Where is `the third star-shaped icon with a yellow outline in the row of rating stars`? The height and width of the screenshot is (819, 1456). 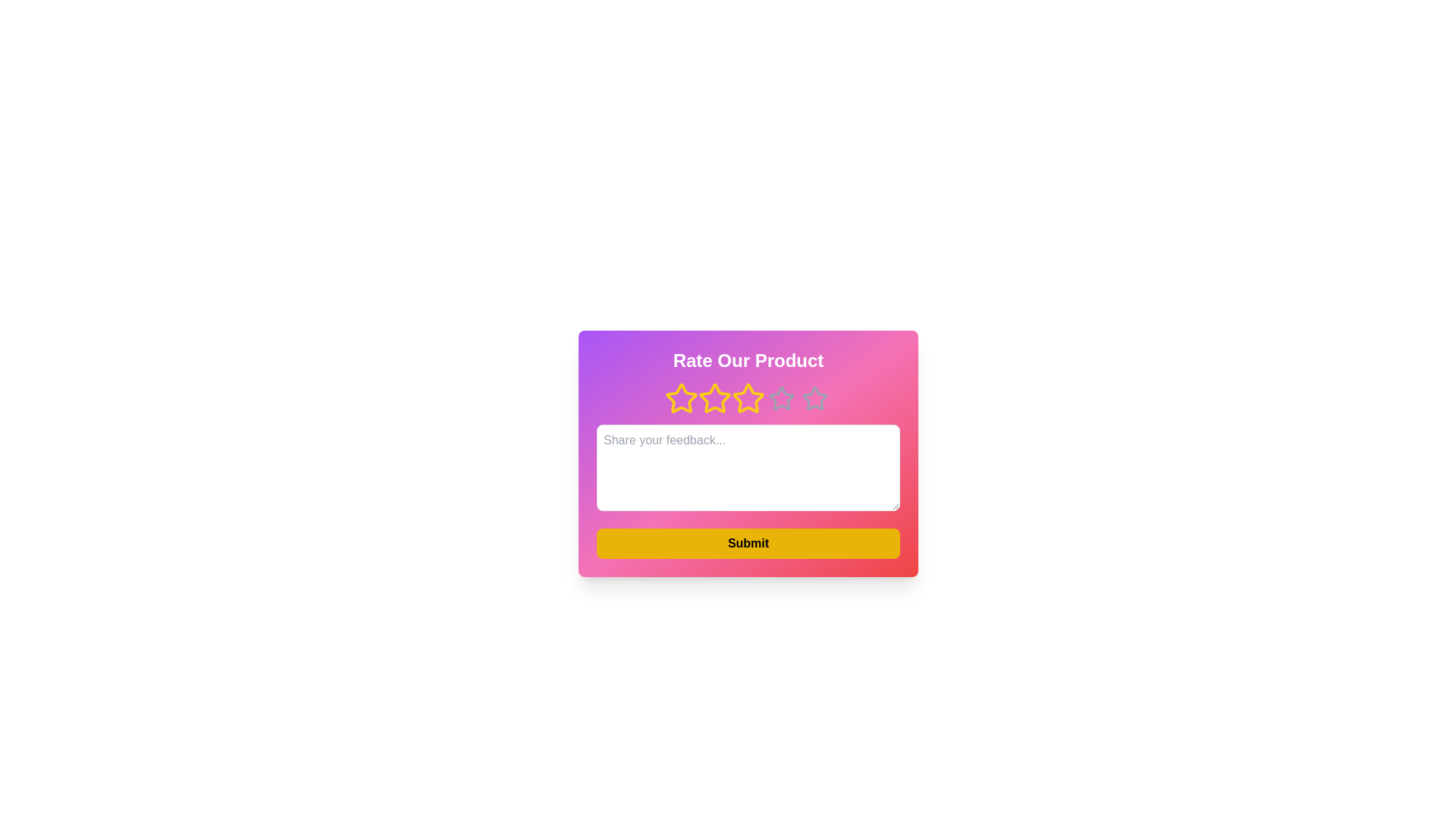 the third star-shaped icon with a yellow outline in the row of rating stars is located at coordinates (713, 397).